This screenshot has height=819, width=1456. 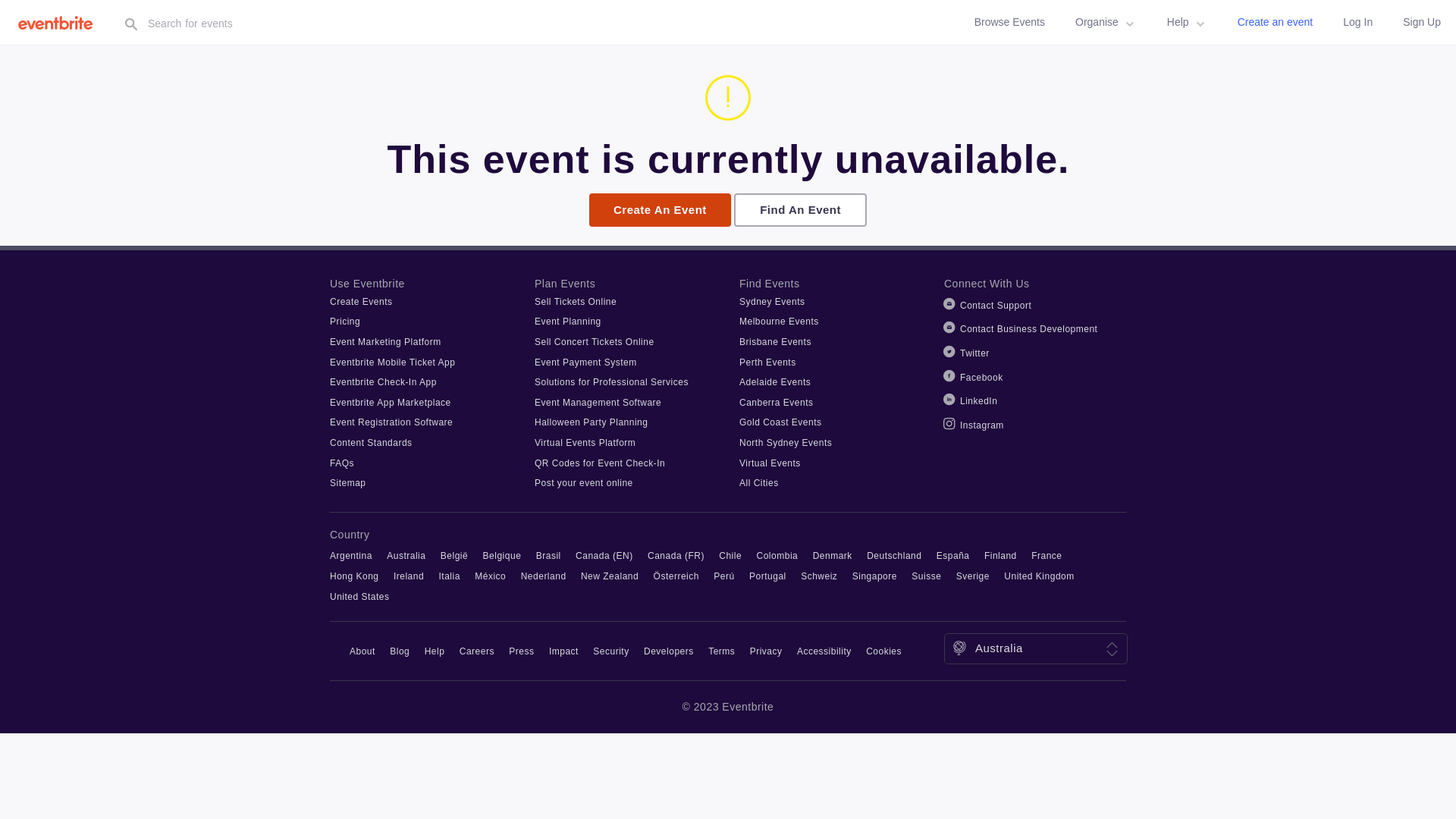 What do you see at coordinates (767, 576) in the screenshot?
I see `'Portugal'` at bounding box center [767, 576].